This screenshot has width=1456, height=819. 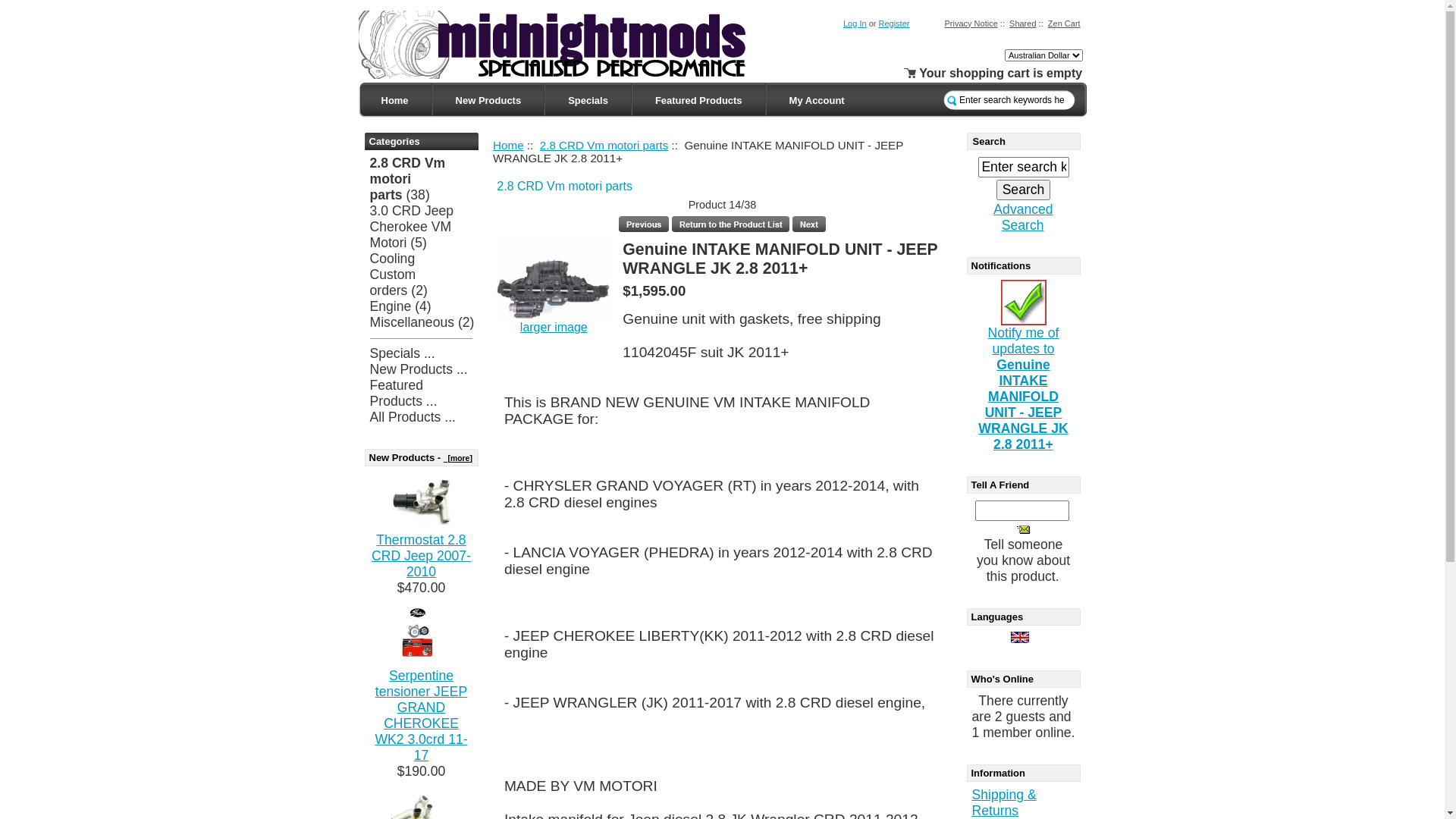 I want to click on 'New Products ...', so click(x=419, y=369).